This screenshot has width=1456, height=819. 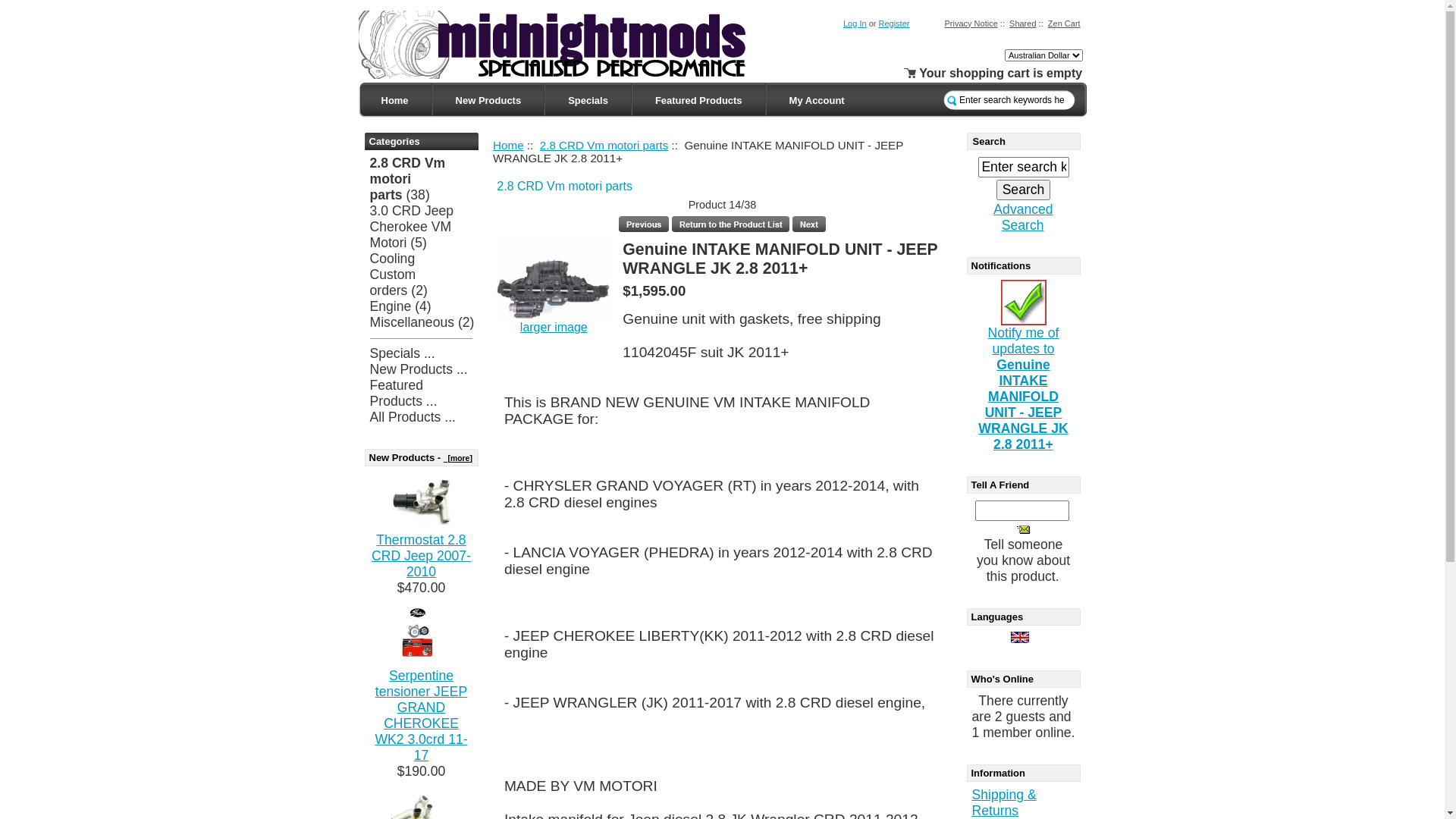 I want to click on 'New Products ...', so click(x=419, y=369).